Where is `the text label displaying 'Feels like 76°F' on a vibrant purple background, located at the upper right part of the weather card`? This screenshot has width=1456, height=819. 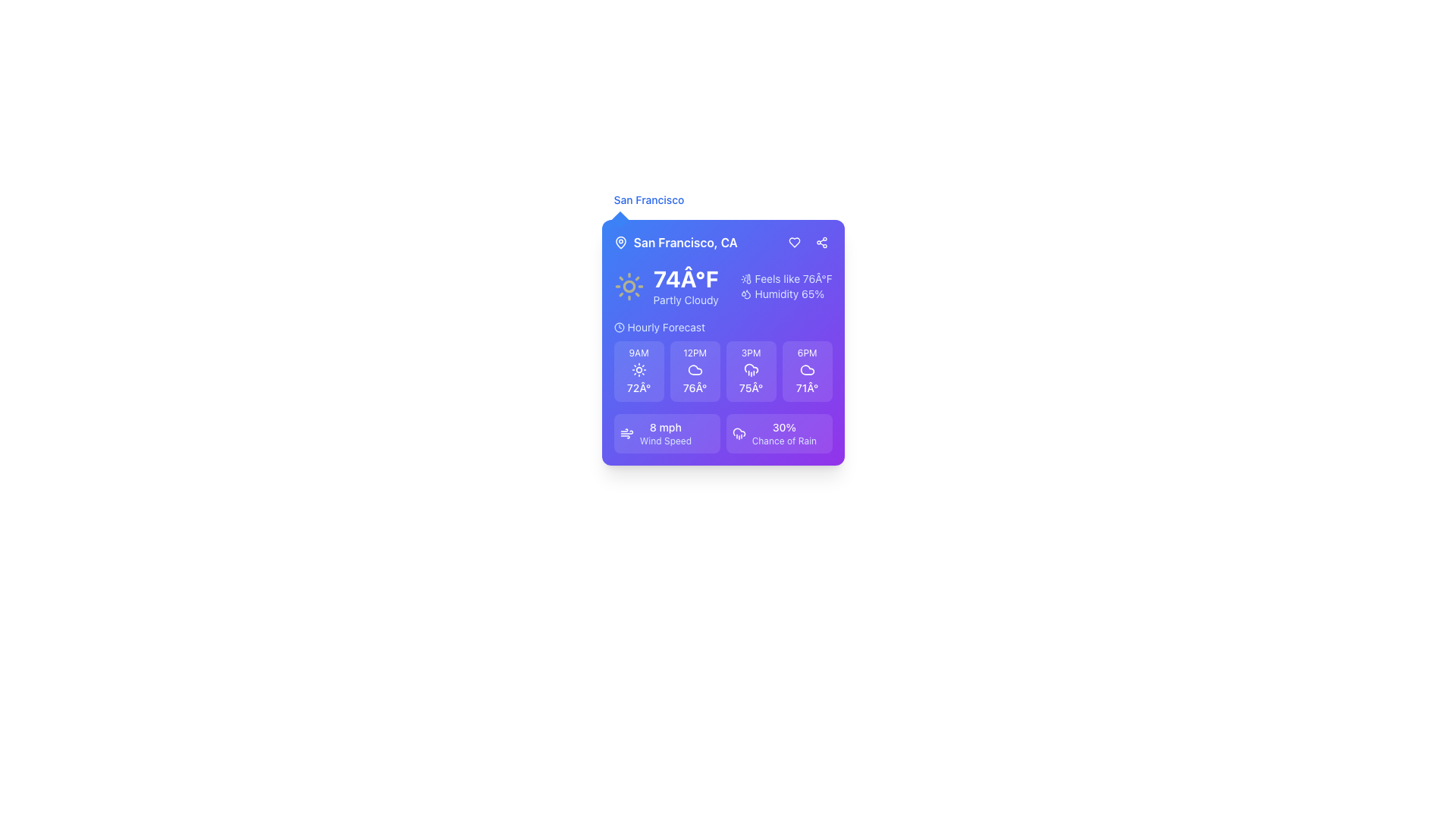
the text label displaying 'Feels like 76°F' on a vibrant purple background, located at the upper right part of the weather card is located at coordinates (792, 278).